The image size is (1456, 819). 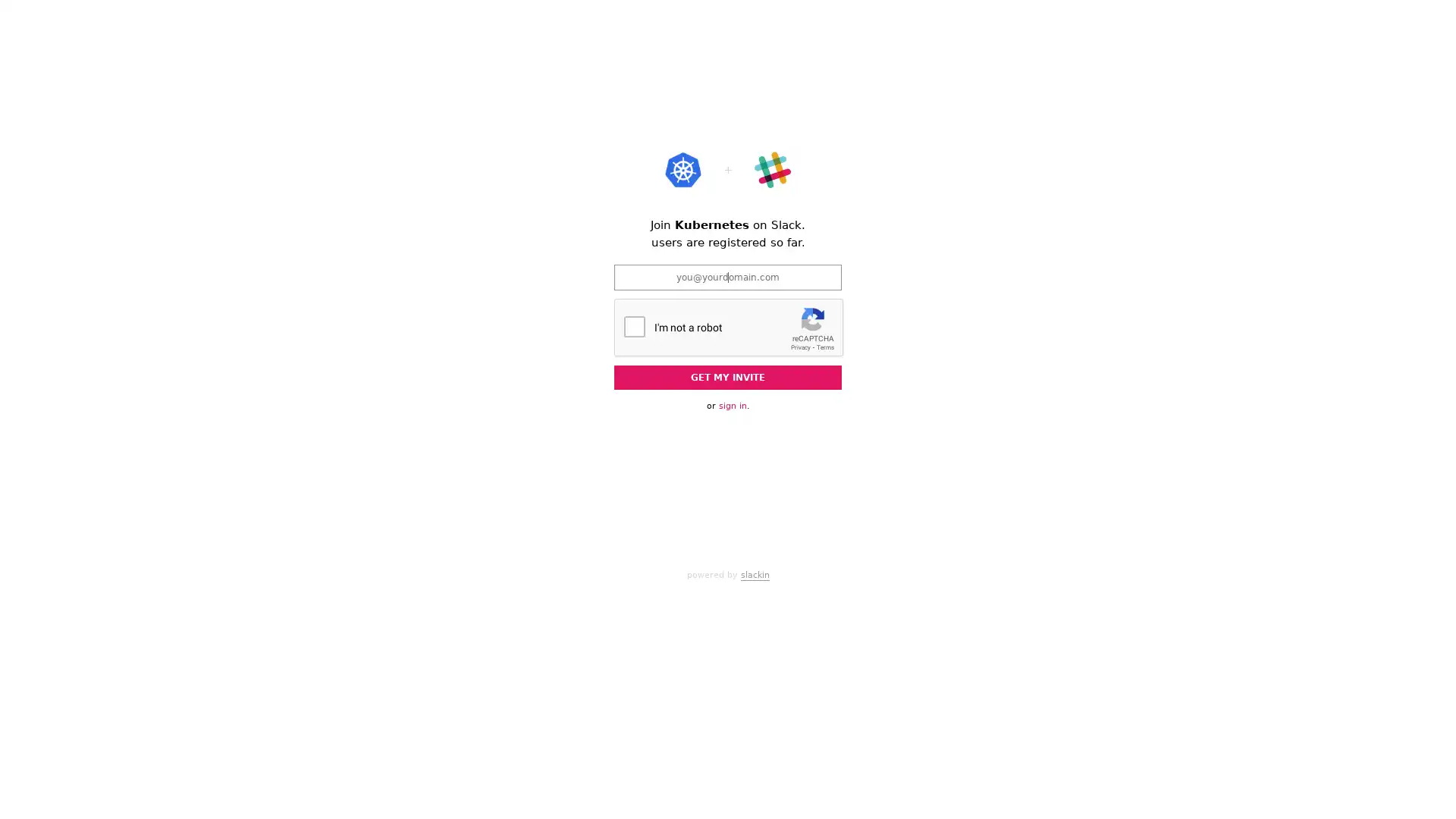 What do you see at coordinates (728, 376) in the screenshot?
I see `GET MY INVITE` at bounding box center [728, 376].